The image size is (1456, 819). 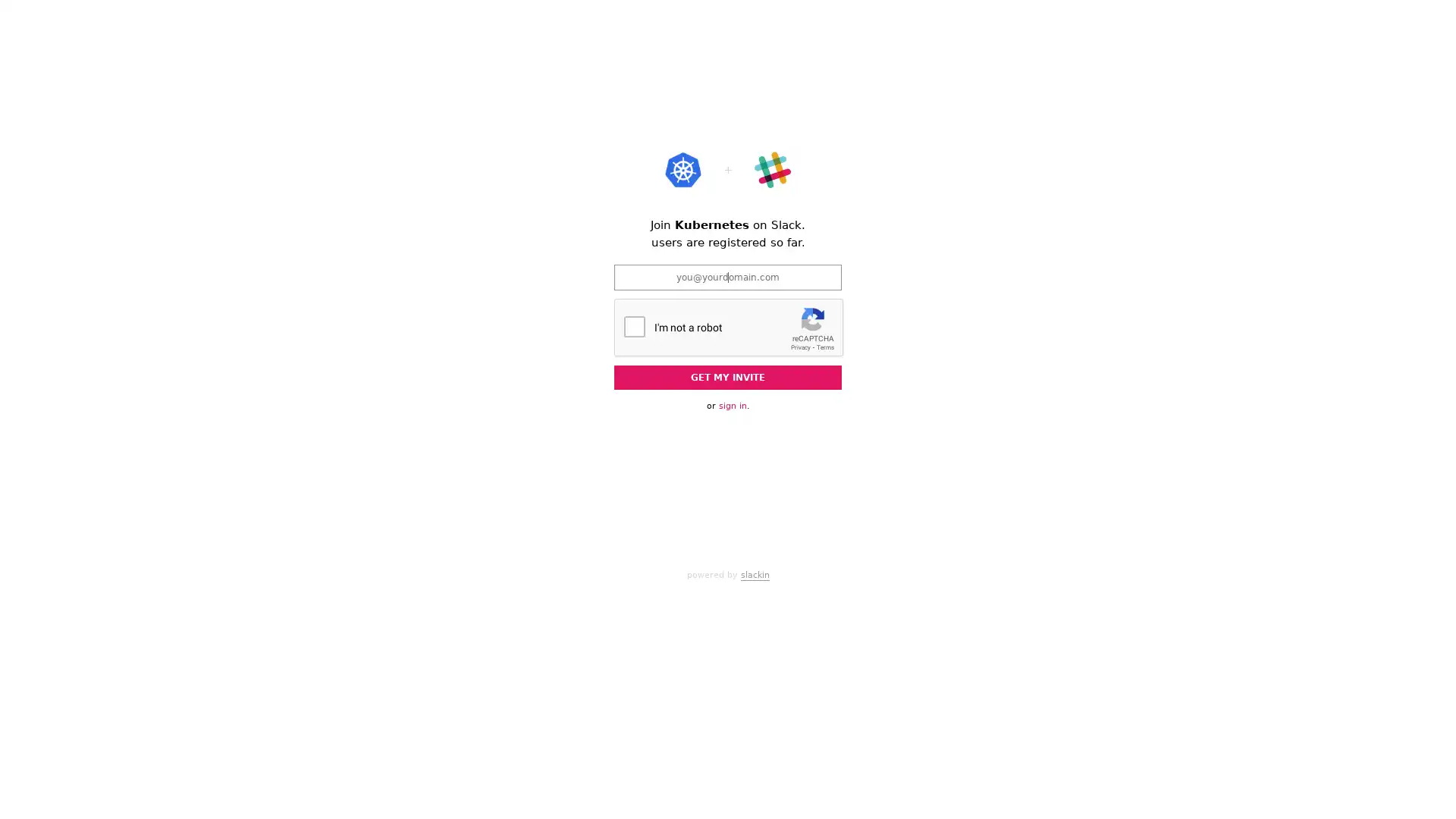 What do you see at coordinates (728, 376) in the screenshot?
I see `GET MY INVITE` at bounding box center [728, 376].